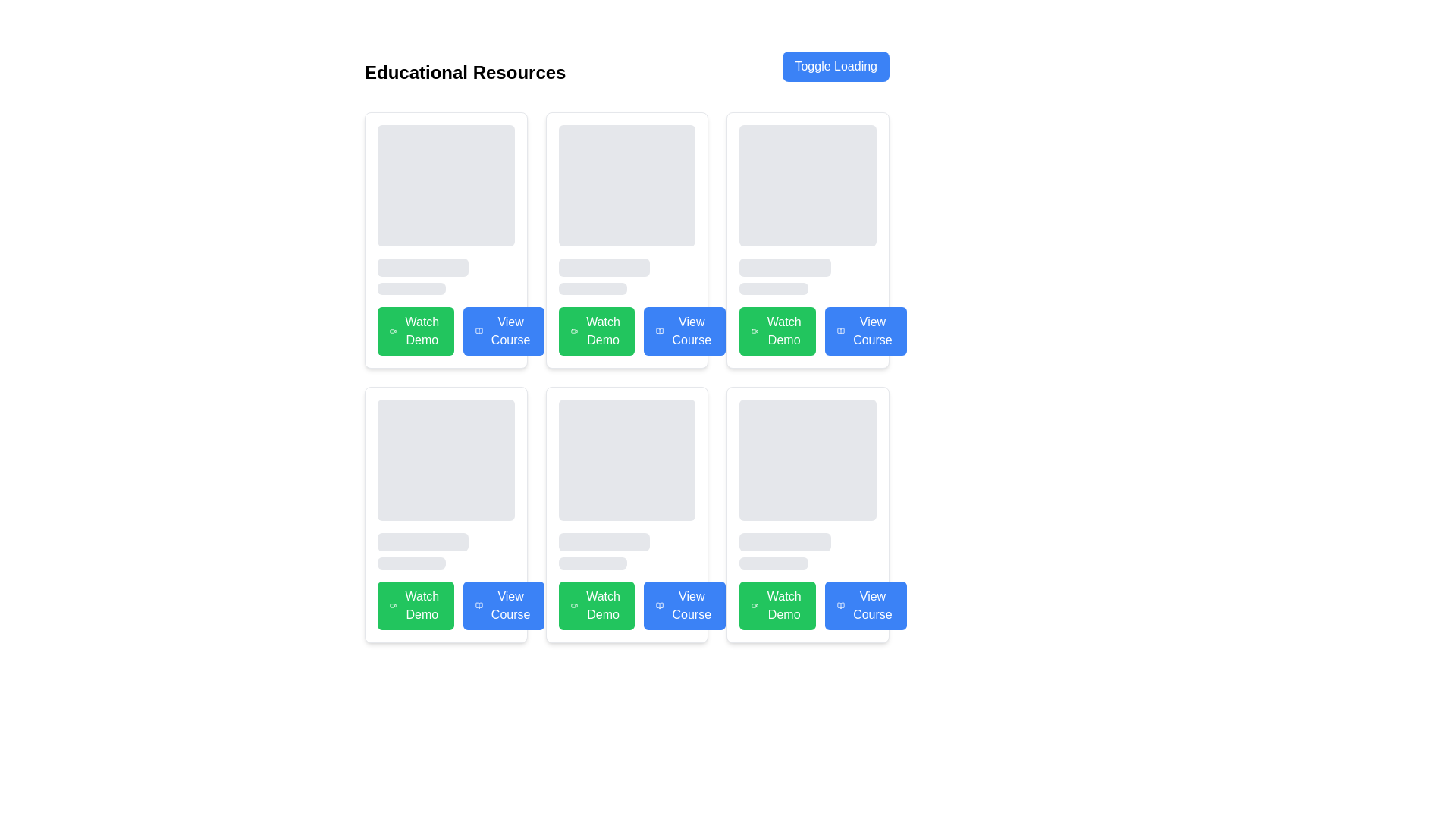 The image size is (1456, 819). I want to click on the open book icon with a modern line style design, located to the left of the 'View Course' text within the blue button, so click(478, 330).